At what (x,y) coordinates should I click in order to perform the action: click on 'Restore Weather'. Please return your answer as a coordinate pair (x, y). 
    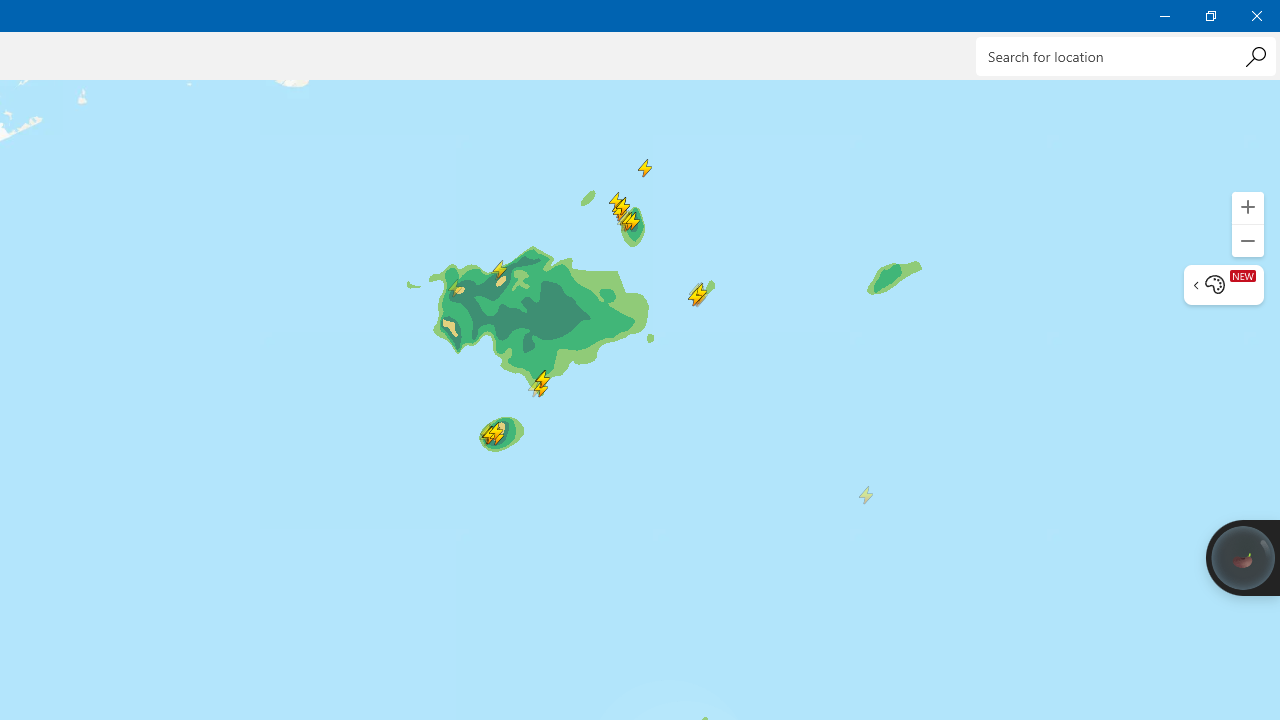
    Looking at the image, I should click on (1209, 15).